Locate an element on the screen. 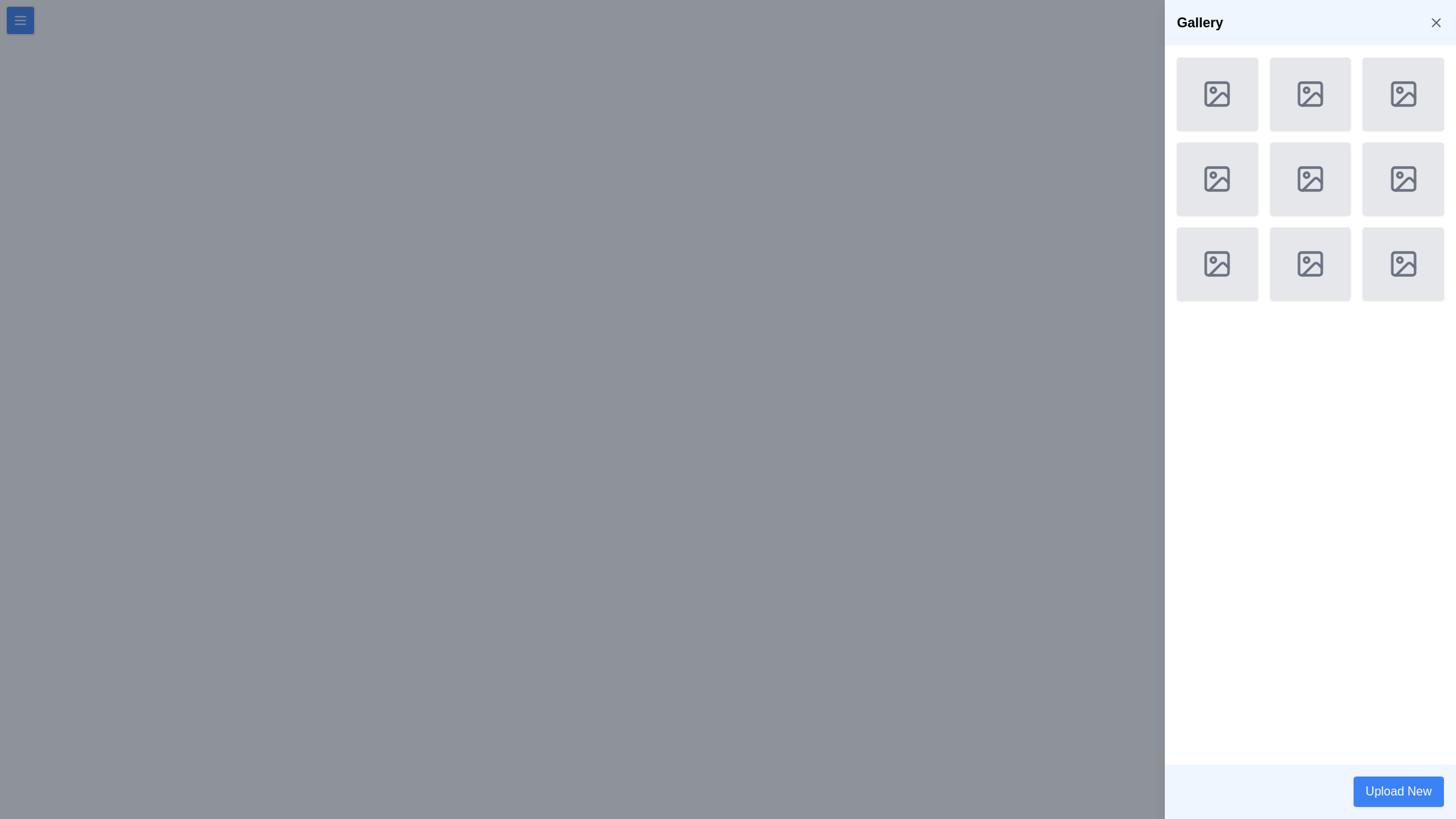 Image resolution: width=1456 pixels, height=819 pixels. the decorative visual component representing the outer shape of an image or thumbnail in the lower-right corner of the gallery interface is located at coordinates (1402, 177).